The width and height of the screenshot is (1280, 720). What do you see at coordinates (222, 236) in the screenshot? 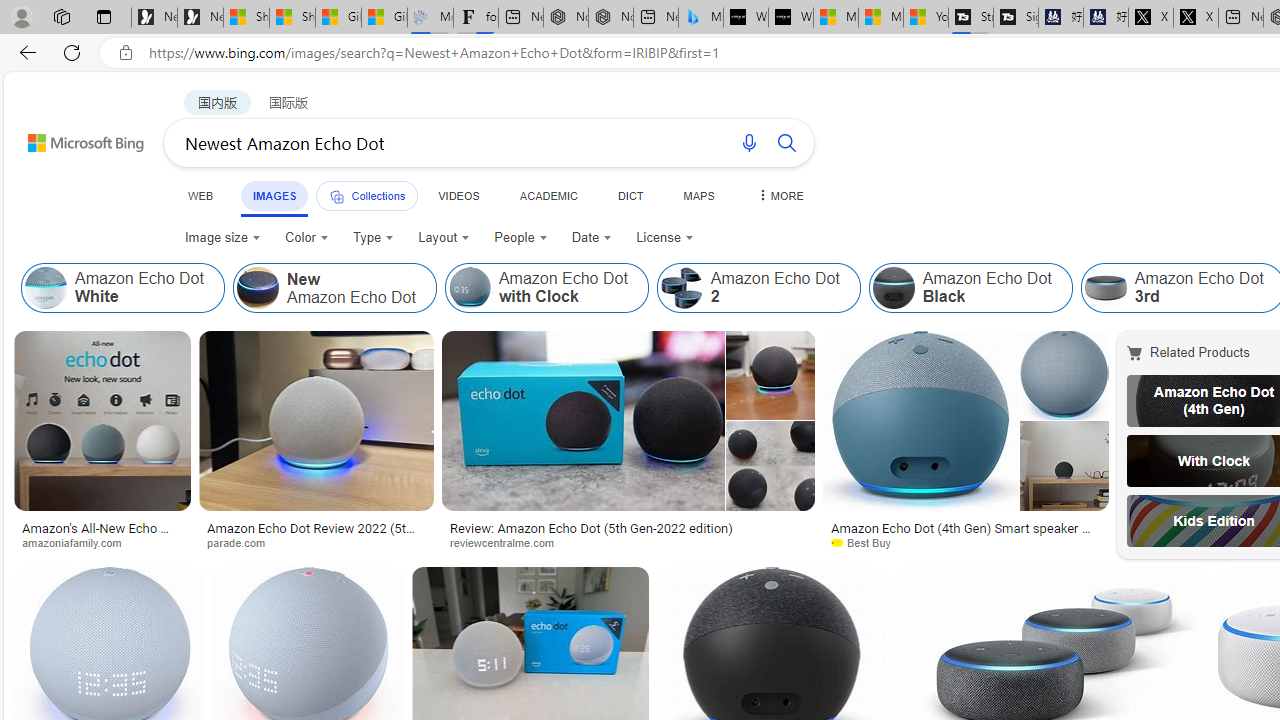
I see `'Image size'` at bounding box center [222, 236].